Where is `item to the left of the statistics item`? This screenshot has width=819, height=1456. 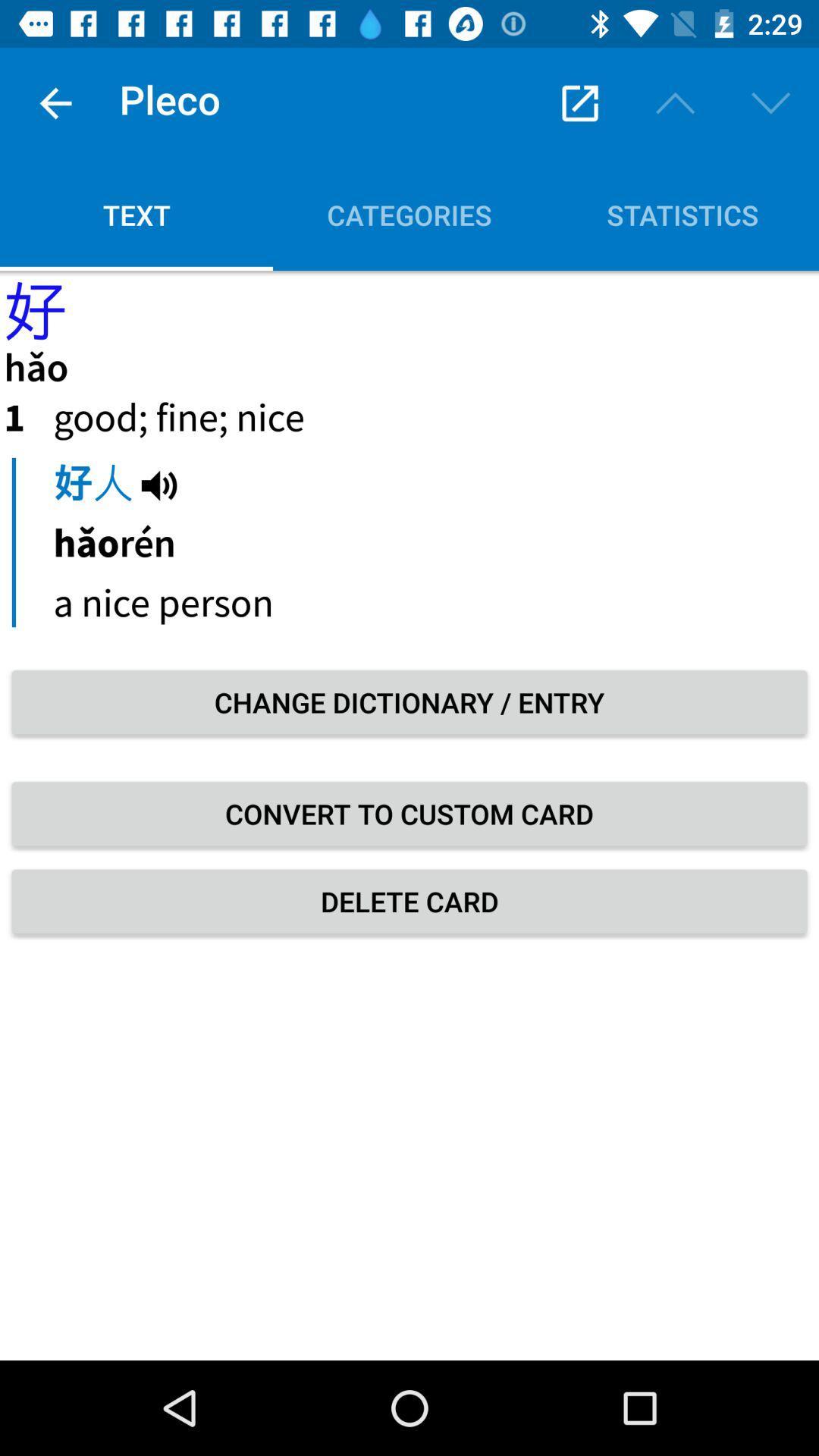 item to the left of the statistics item is located at coordinates (409, 214).